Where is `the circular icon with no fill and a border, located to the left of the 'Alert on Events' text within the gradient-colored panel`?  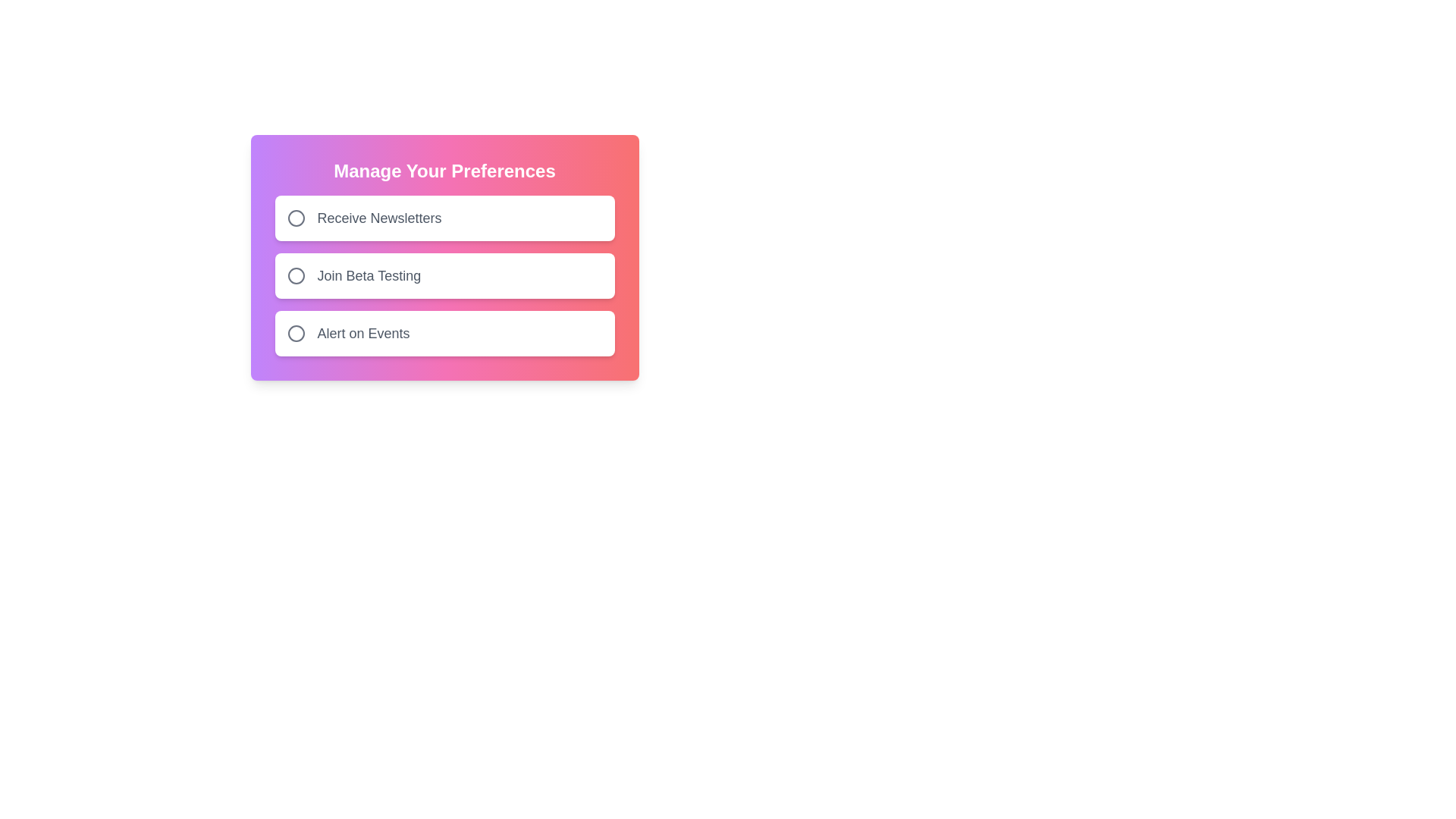
the circular icon with no fill and a border, located to the left of the 'Alert on Events' text within the gradient-colored panel is located at coordinates (296, 332).